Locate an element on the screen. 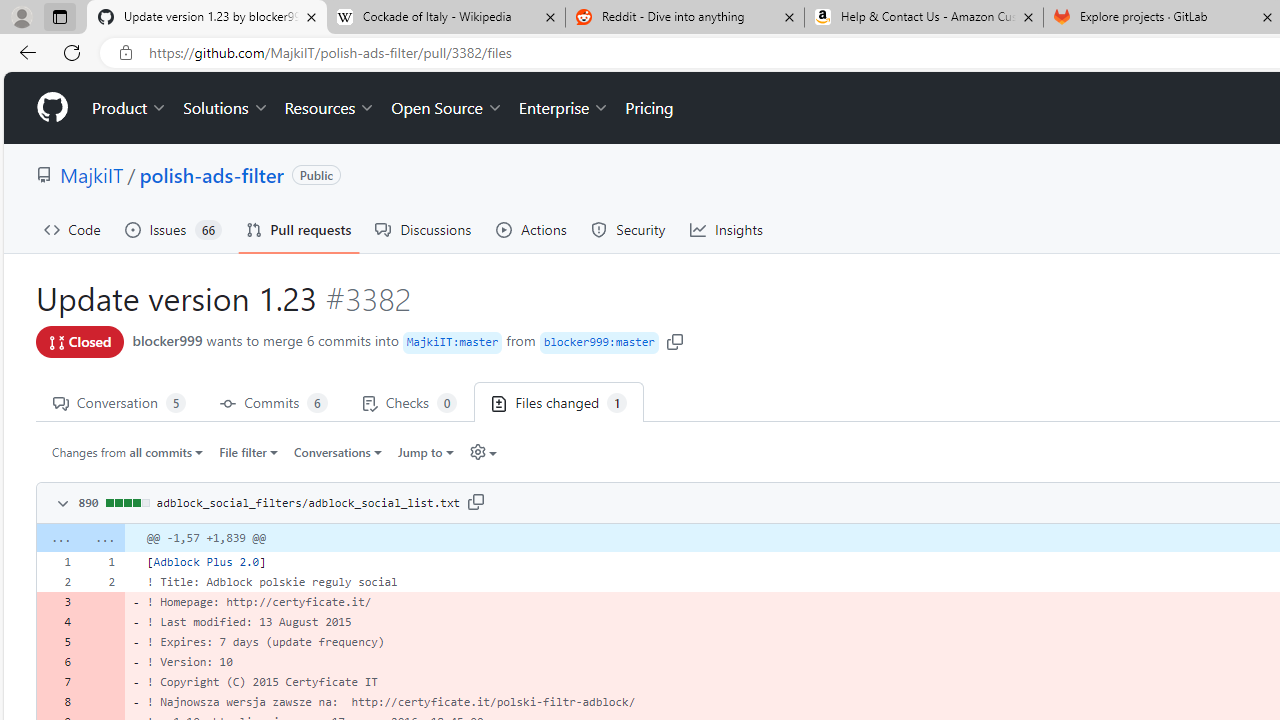 This screenshot has width=1280, height=720. '3' is located at coordinates (58, 600).